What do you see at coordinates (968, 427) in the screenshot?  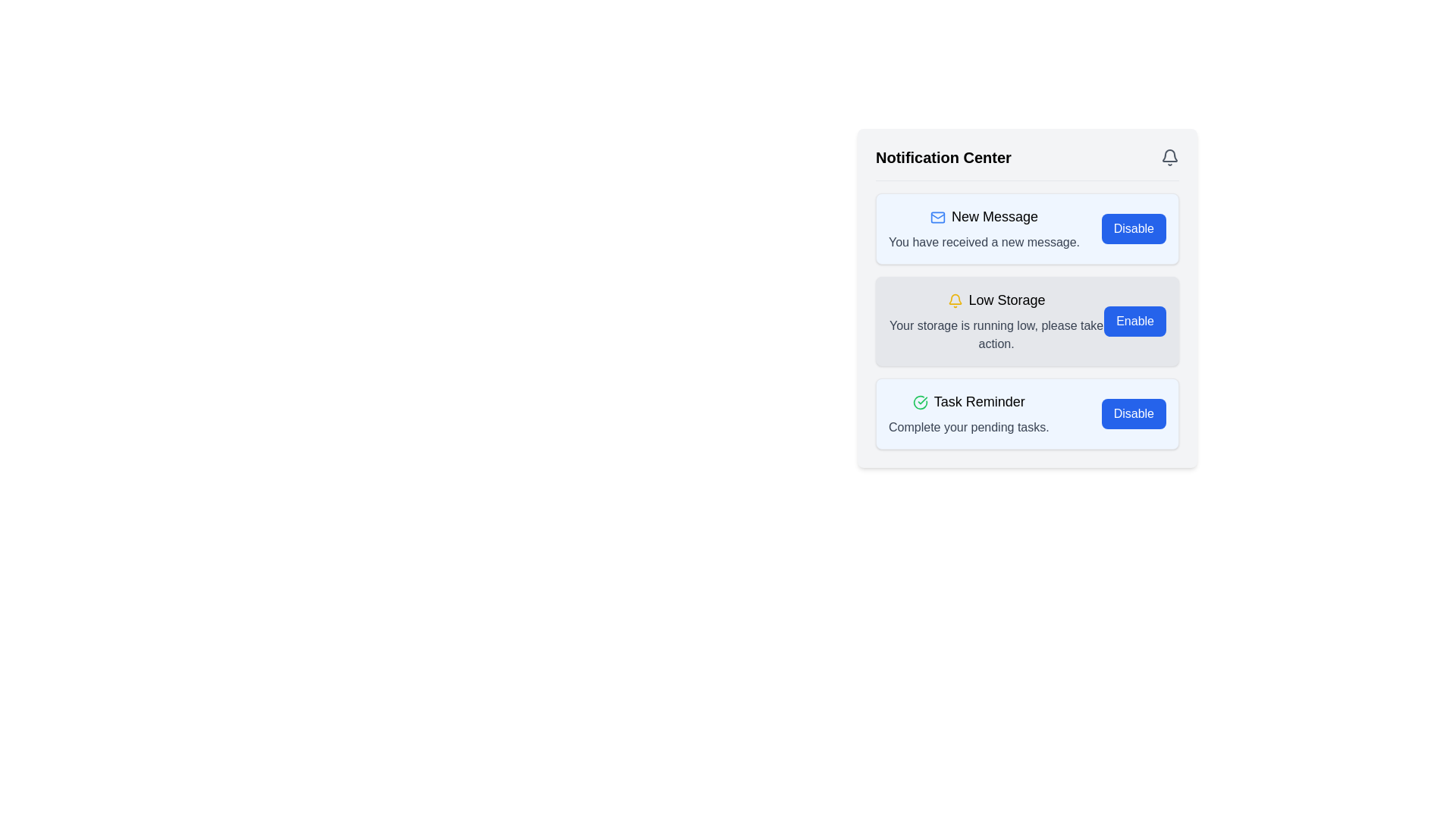 I see `the text element that serves as a reminder within the 'Task Reminder' card, located below the heading and to the left of the 'Disable' button` at bounding box center [968, 427].